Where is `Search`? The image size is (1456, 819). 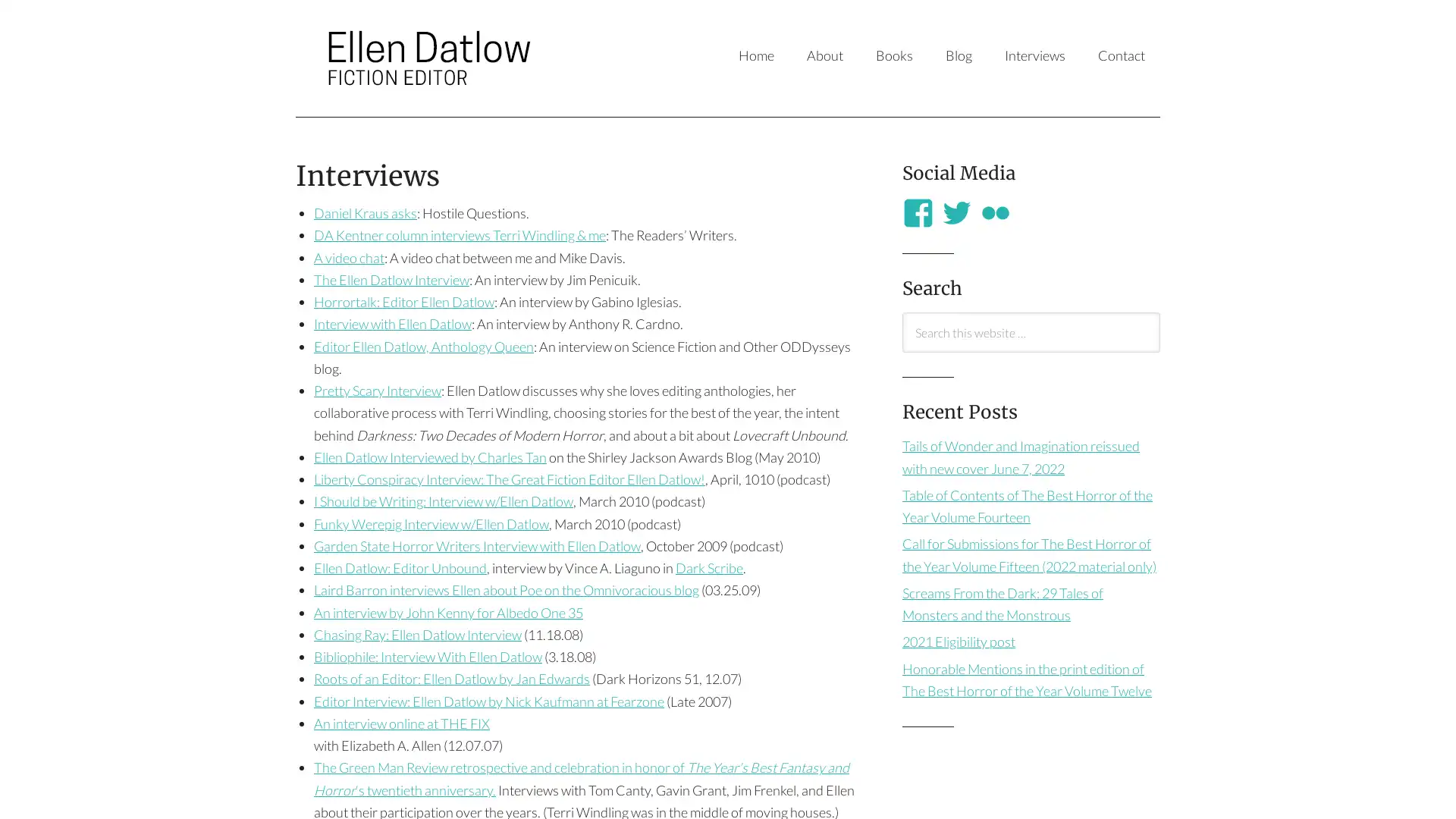
Search is located at coordinates (902, 351).